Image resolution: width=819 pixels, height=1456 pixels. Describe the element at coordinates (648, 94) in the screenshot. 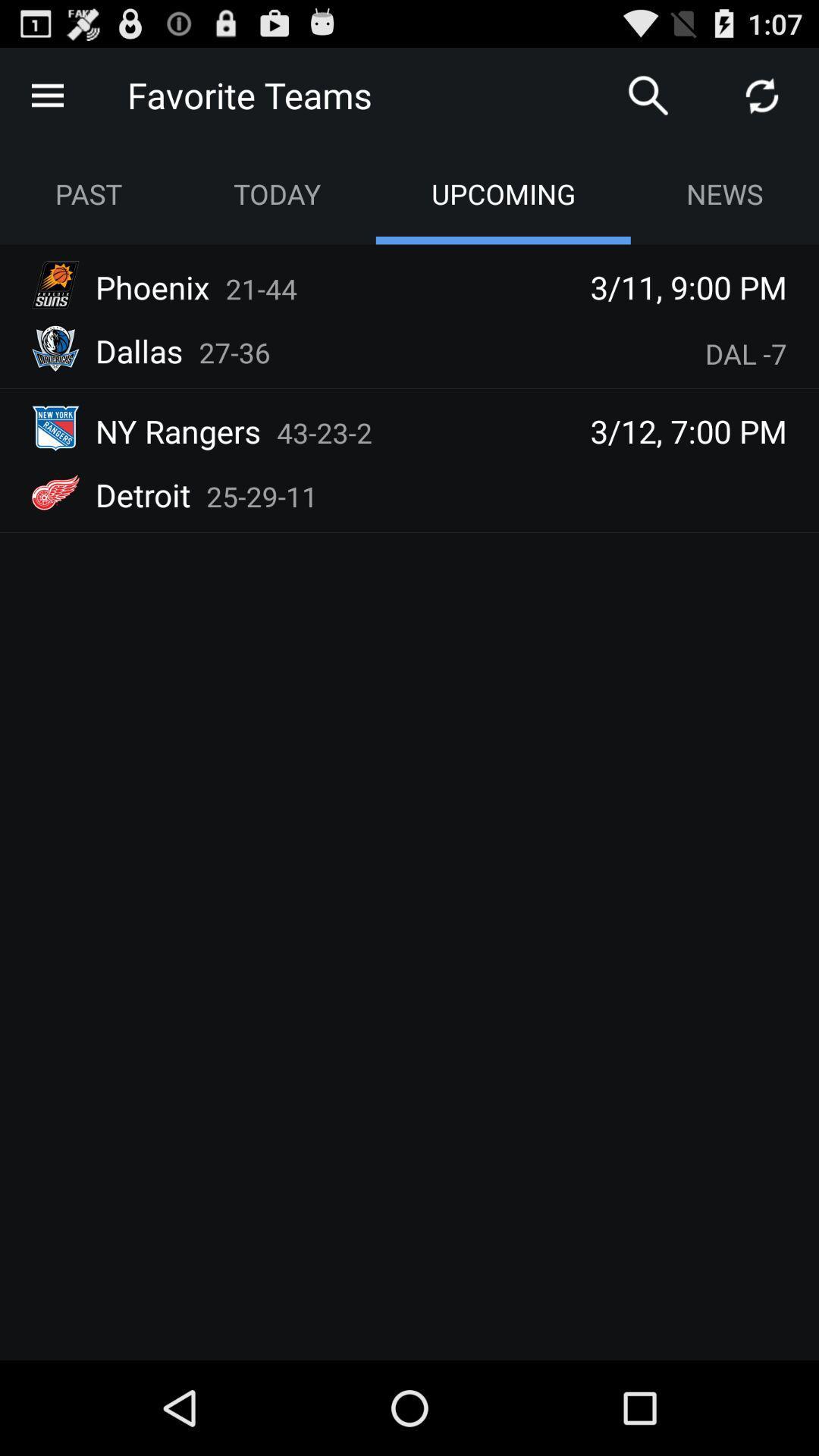

I see `search any one` at that location.